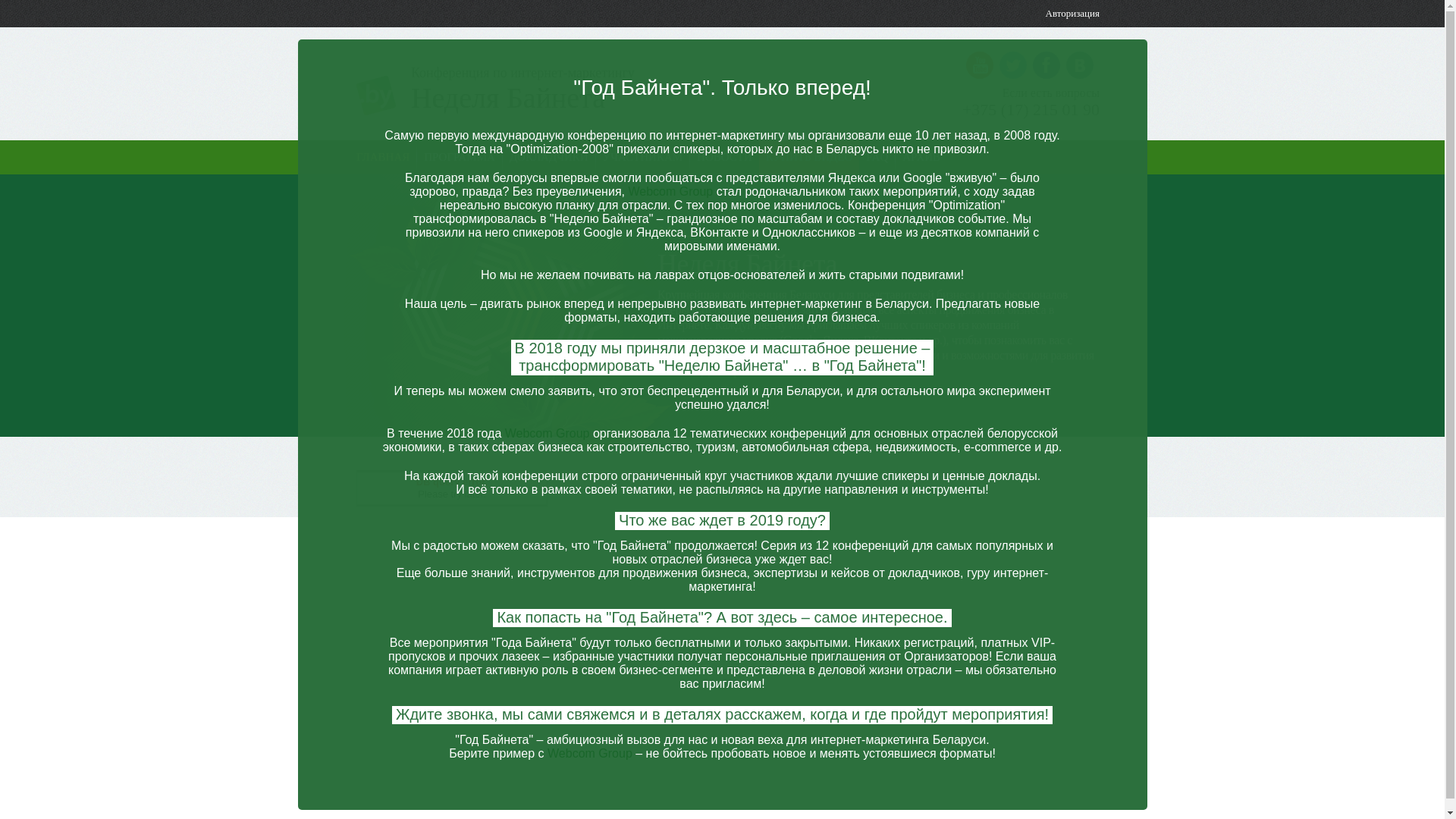 The height and width of the screenshot is (819, 1456). I want to click on 'Webcom Group', so click(669, 190).